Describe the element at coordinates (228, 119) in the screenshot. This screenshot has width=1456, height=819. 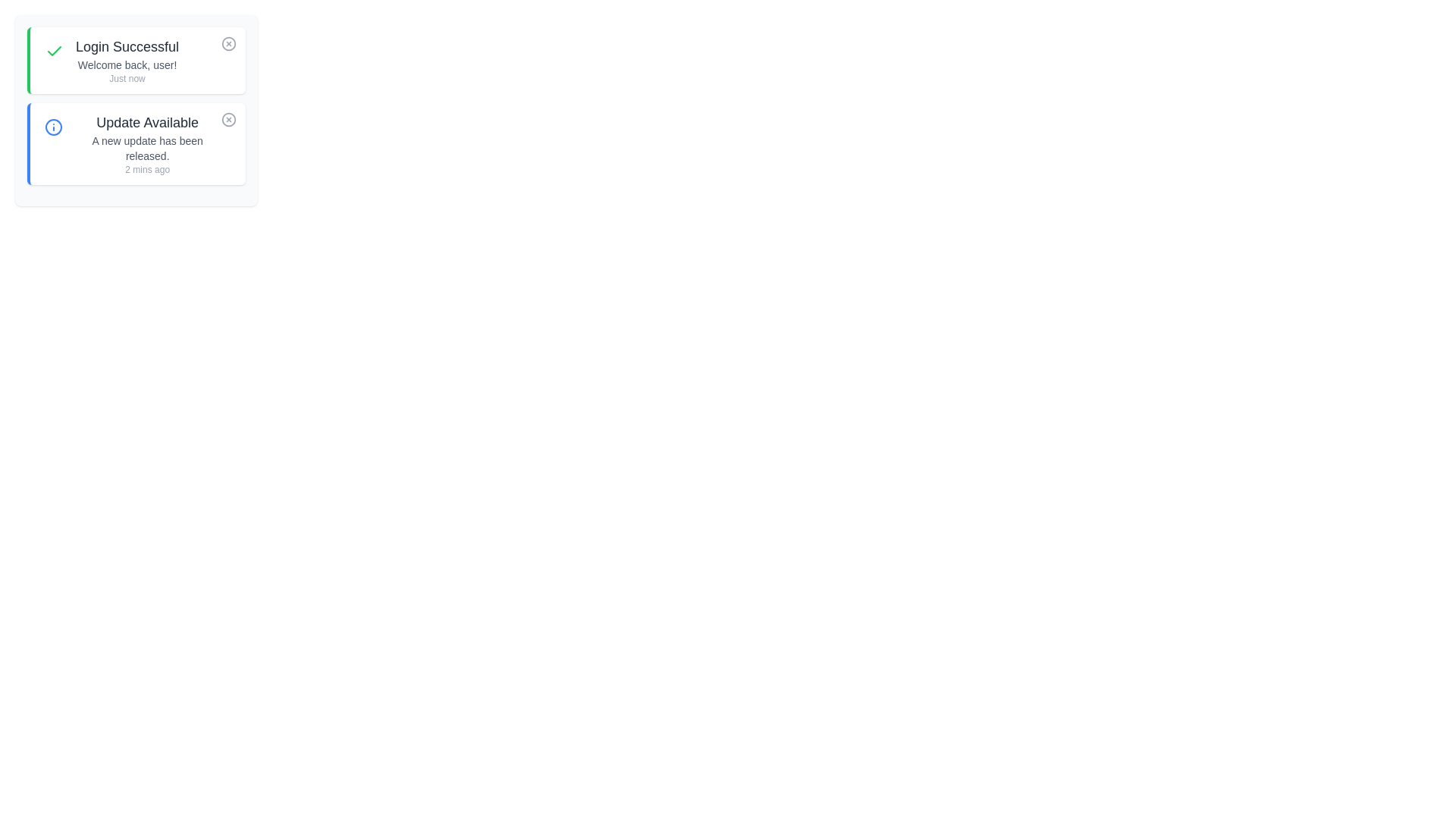
I see `the close button located at the top-right corner of the 'Update Available' notification card` at that location.